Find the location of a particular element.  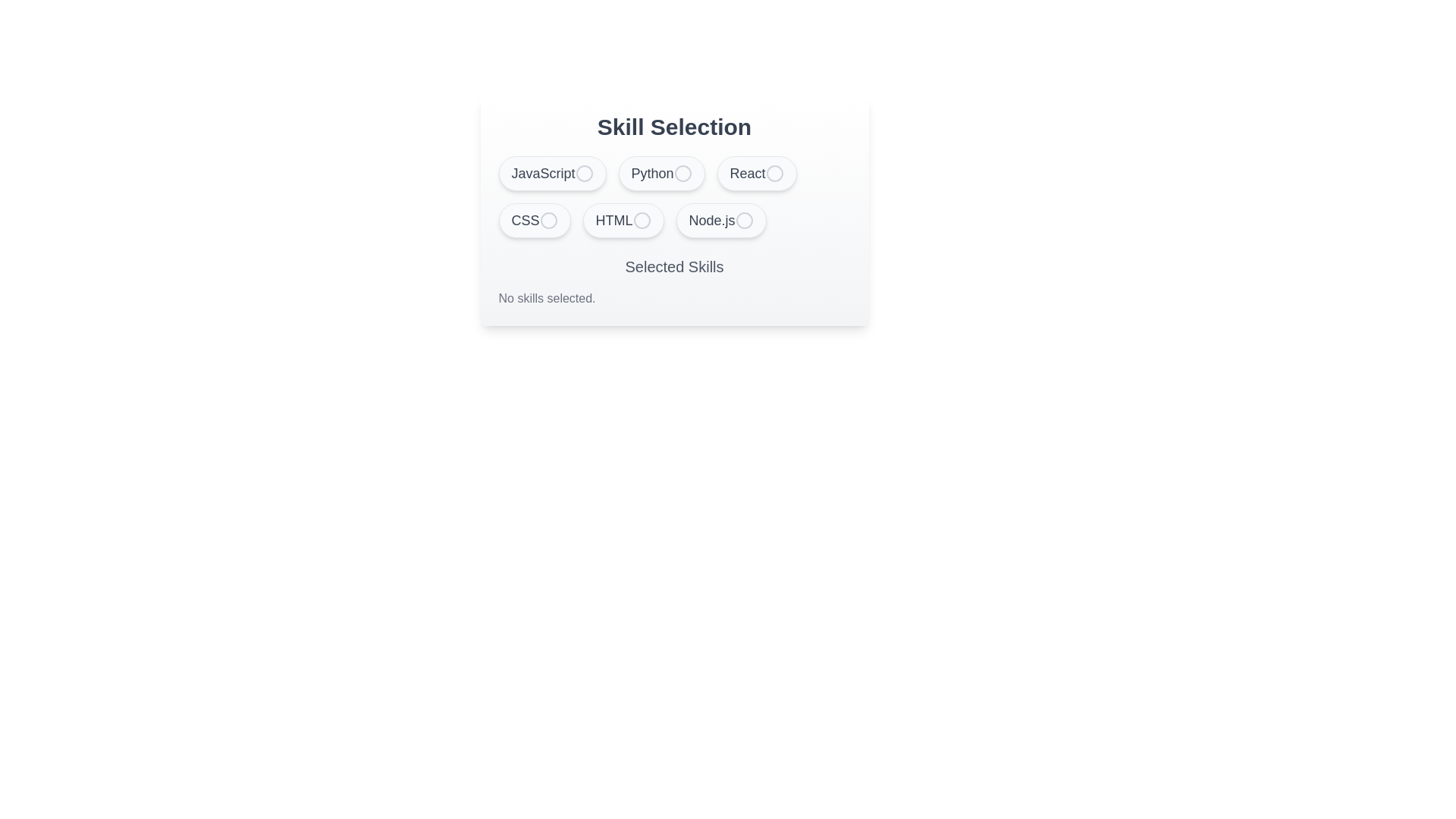

the 'React' button in the 'Skill Selection' section is located at coordinates (757, 172).